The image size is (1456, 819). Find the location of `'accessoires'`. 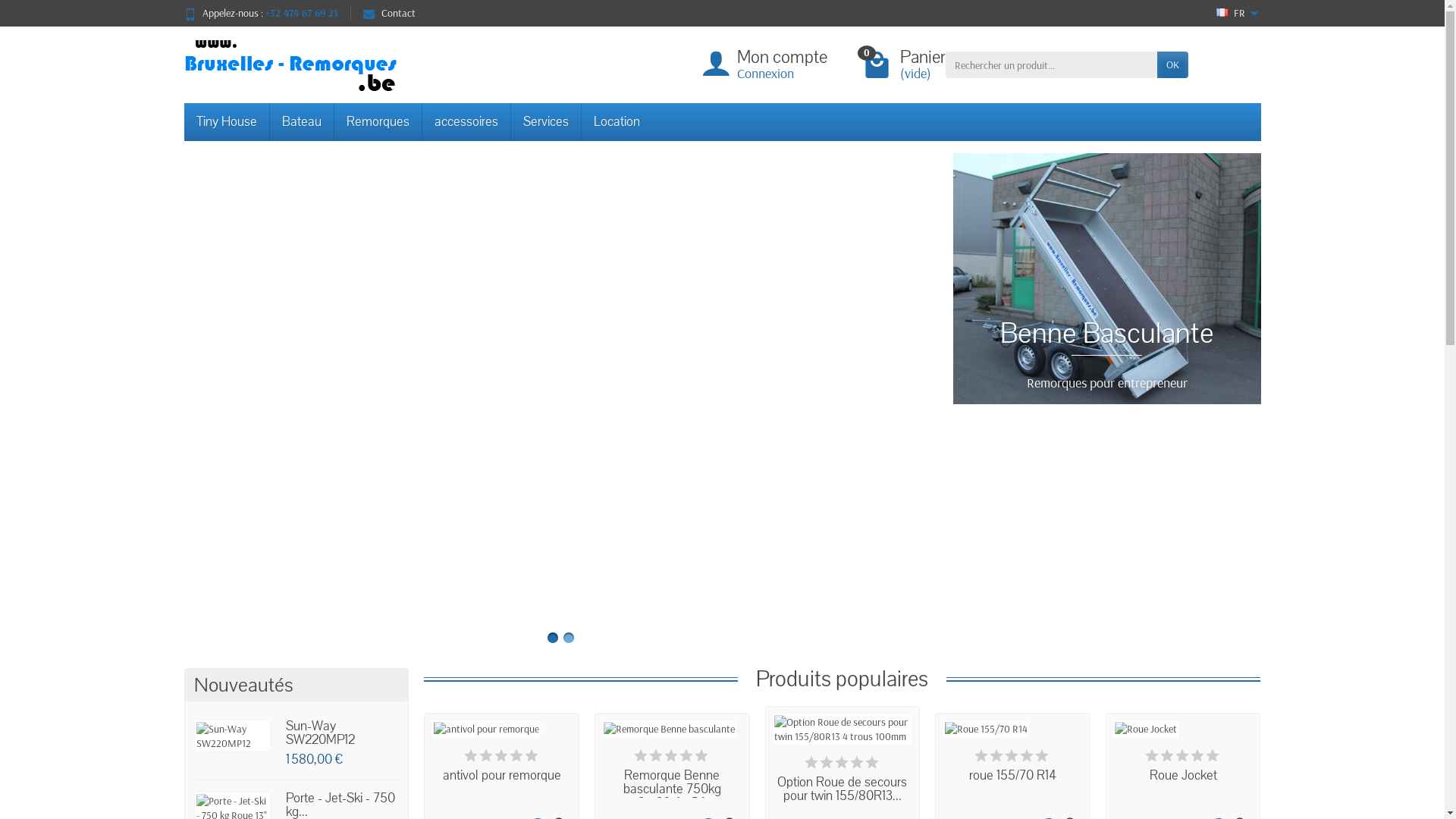

'accessoires' is located at coordinates (465, 121).